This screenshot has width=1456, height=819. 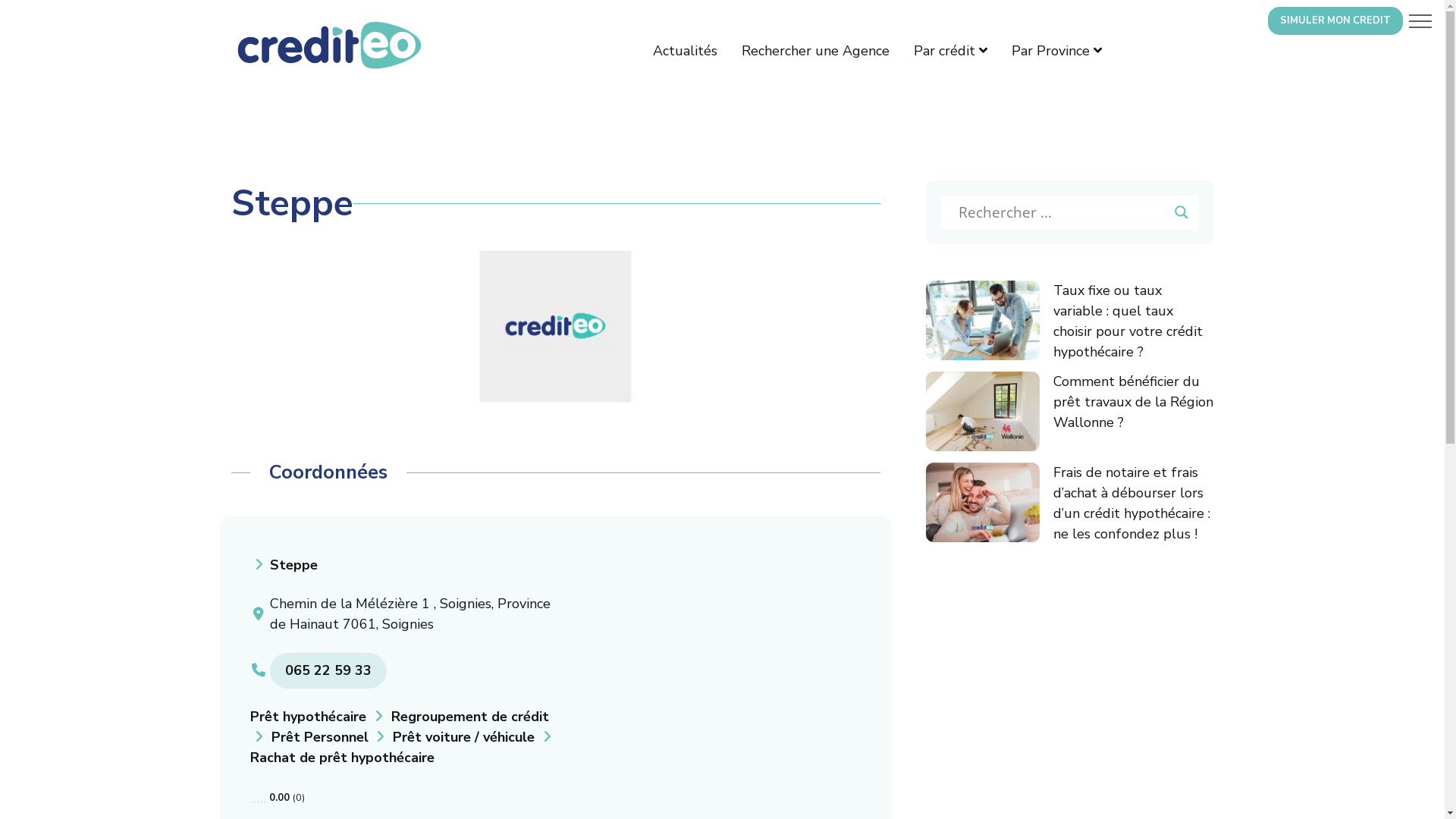 I want to click on 'Par Province', so click(x=1012, y=49).